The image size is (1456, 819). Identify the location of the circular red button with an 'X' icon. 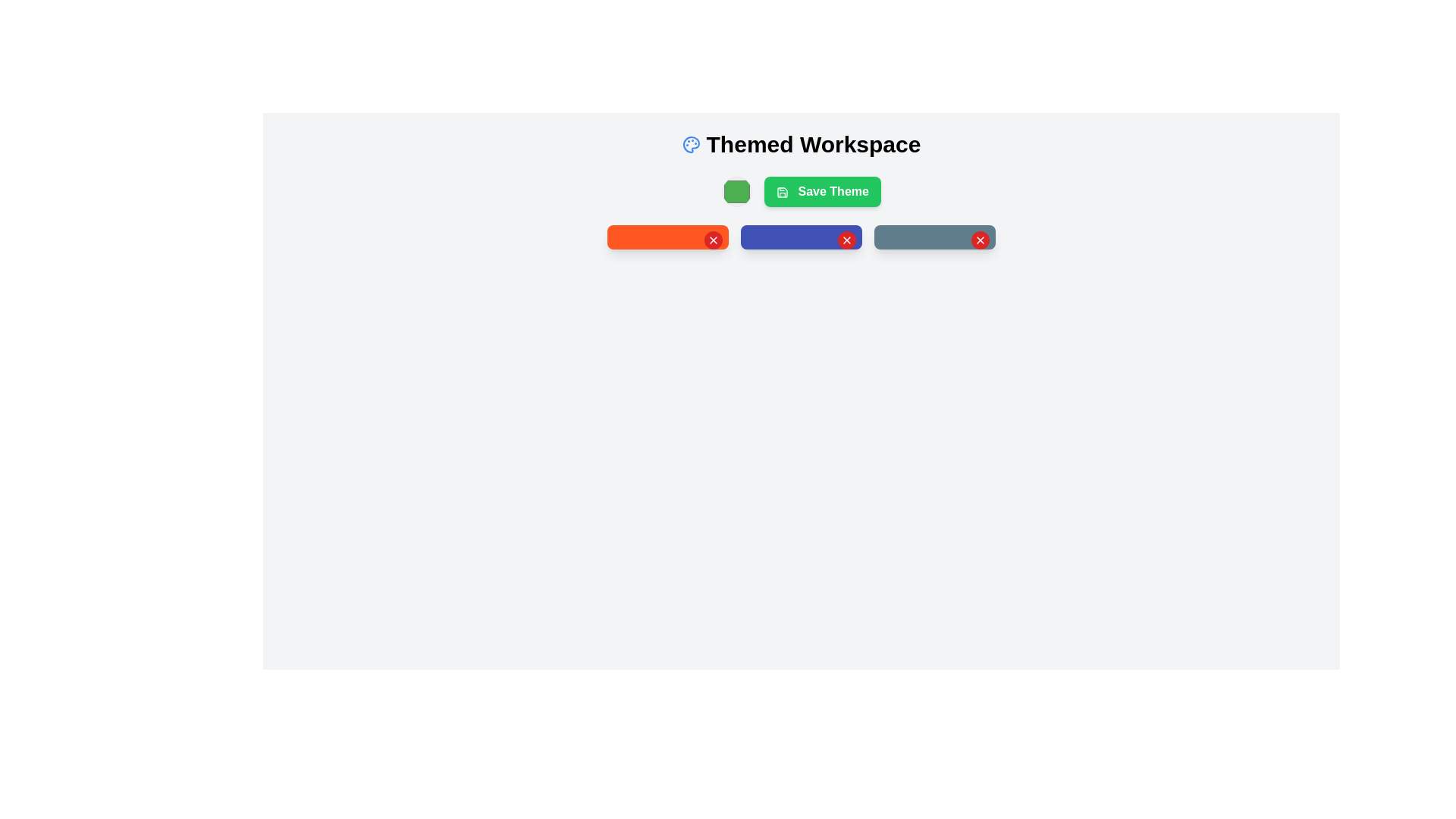
(712, 239).